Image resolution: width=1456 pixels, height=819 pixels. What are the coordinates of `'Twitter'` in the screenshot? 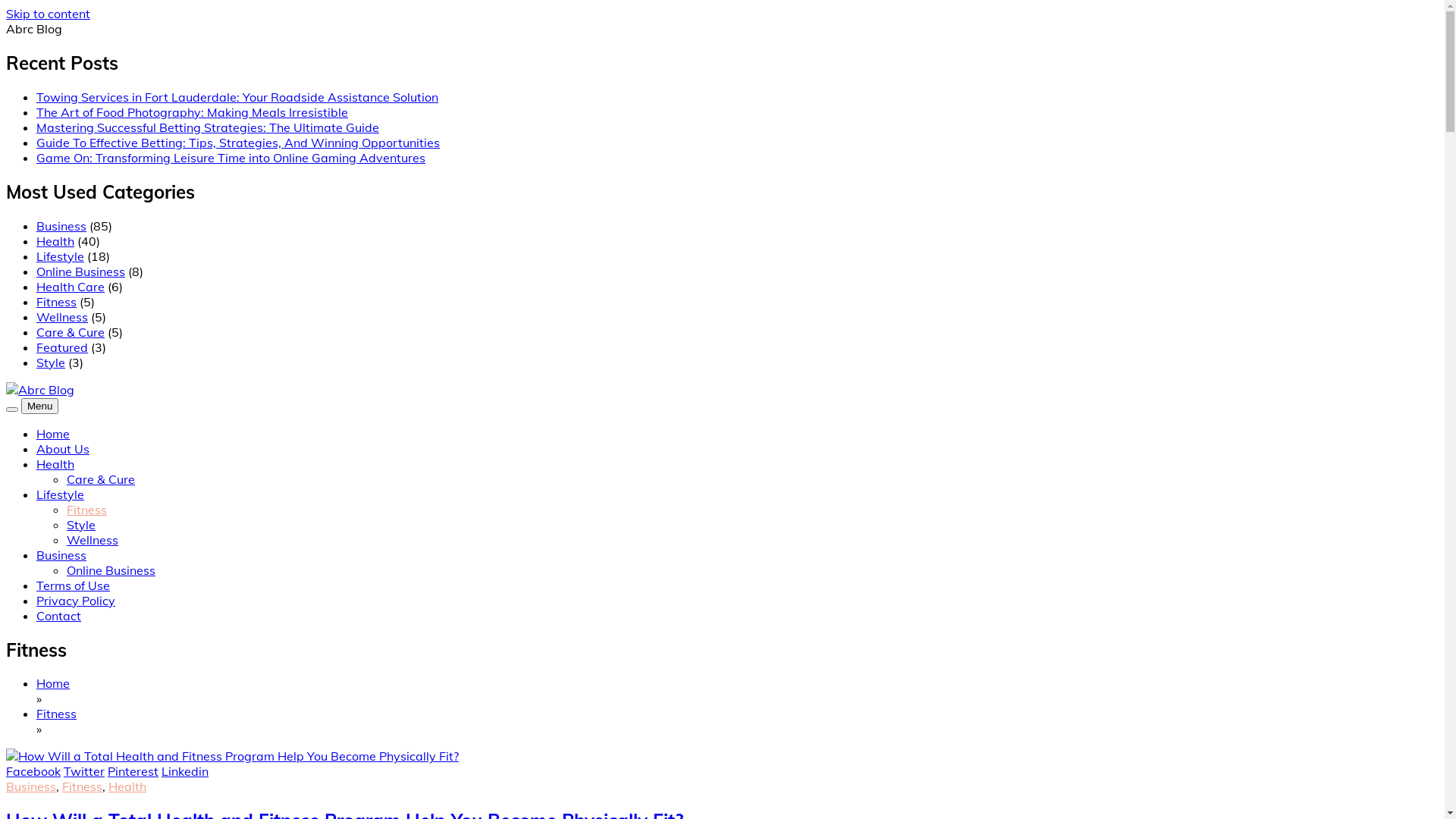 It's located at (62, 771).